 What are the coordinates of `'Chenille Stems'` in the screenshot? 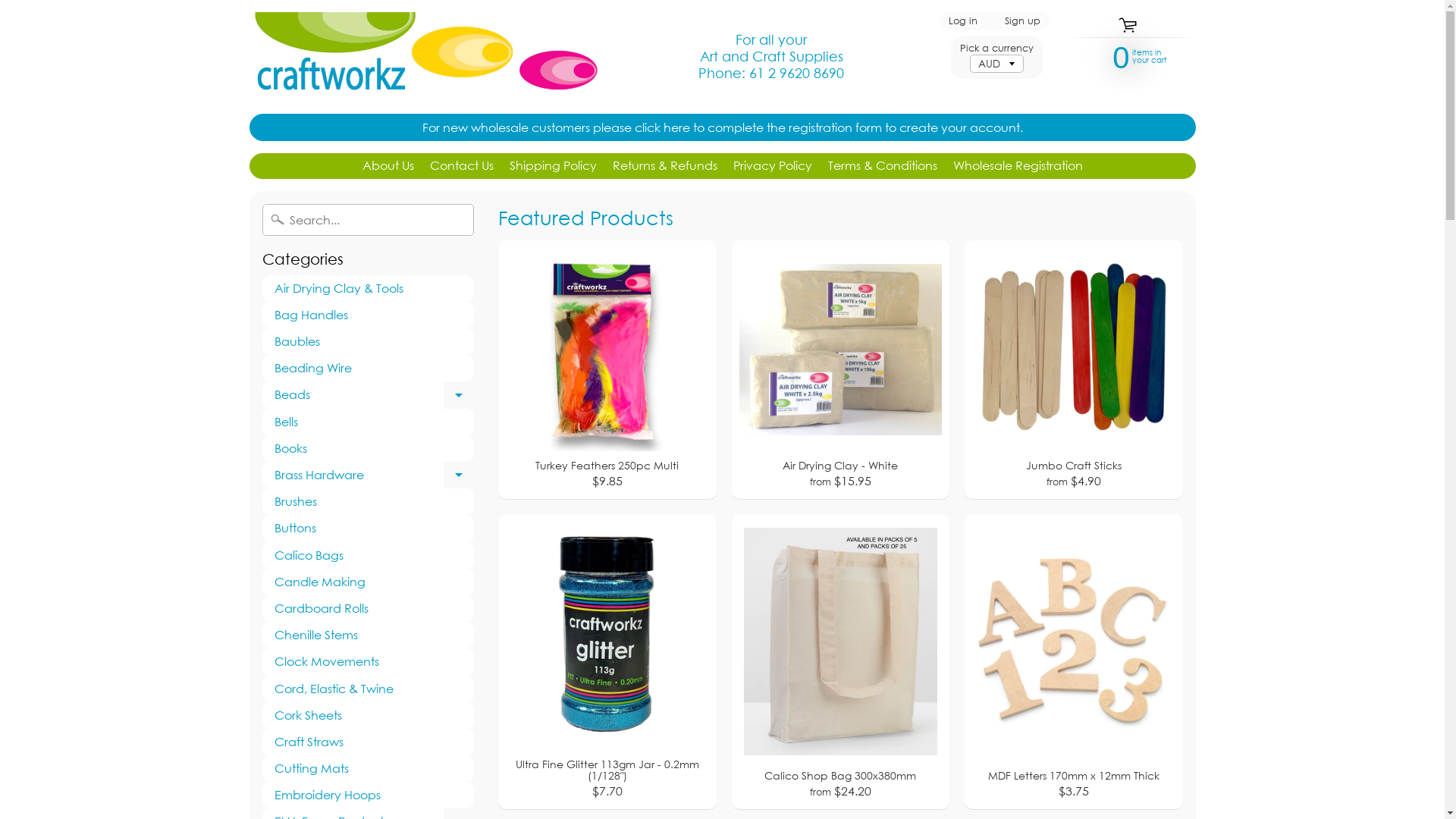 It's located at (368, 635).